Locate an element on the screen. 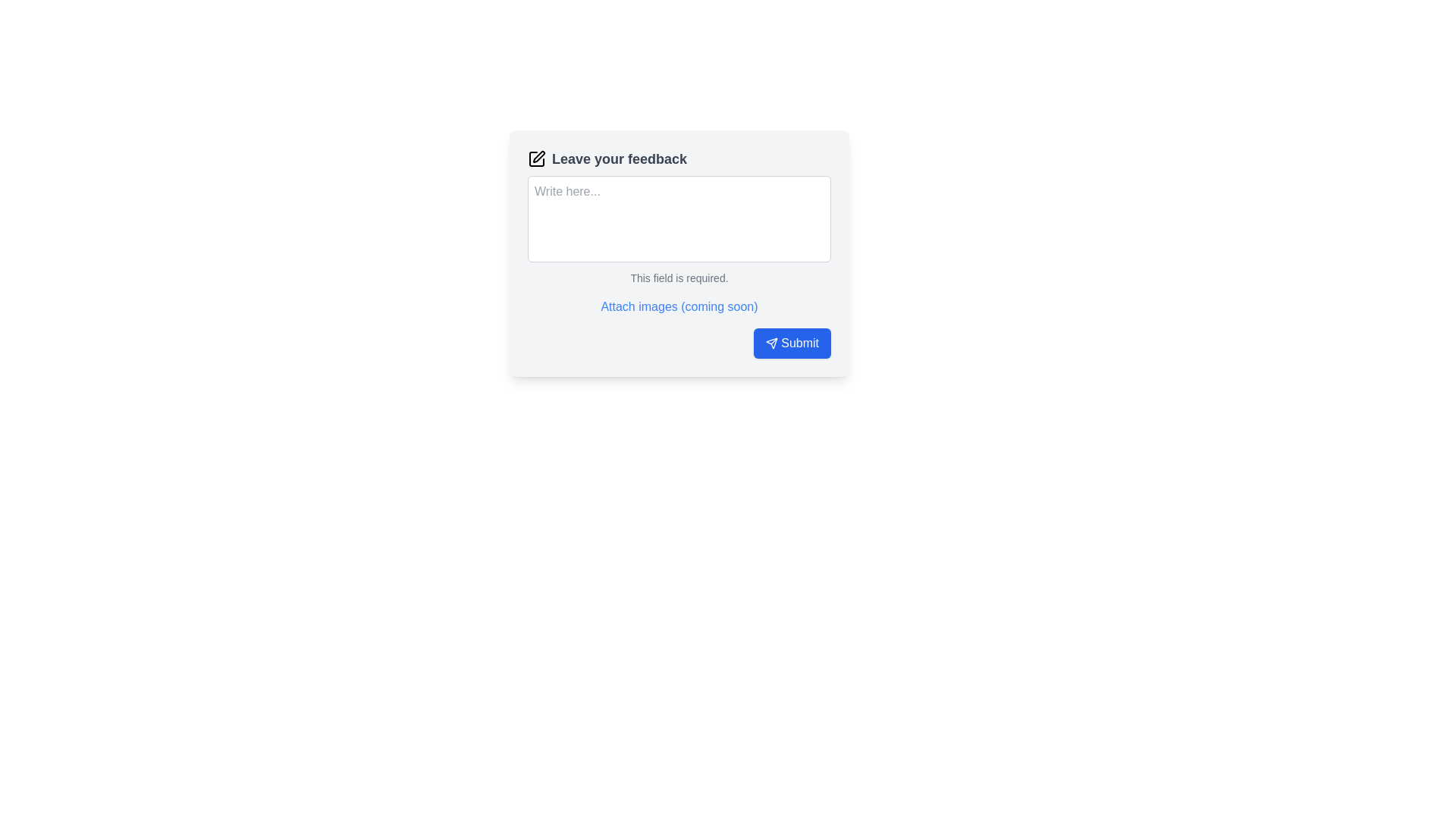 Image resolution: width=1456 pixels, height=819 pixels. the small pen or pencil icon located in the upper-left corner of the white feedback dialogue box to observe its tooltip or description is located at coordinates (538, 157).